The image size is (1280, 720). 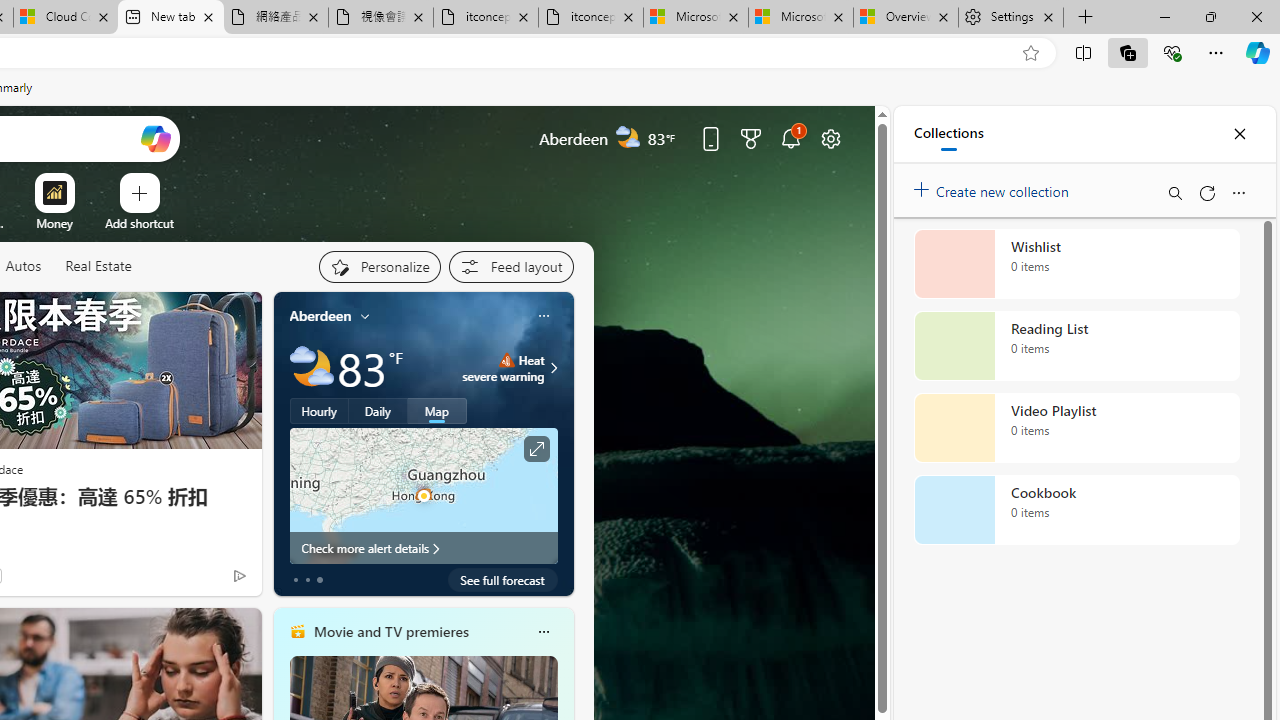 I want to click on 'Class: weather-arrow-glyph', so click(x=554, y=367).